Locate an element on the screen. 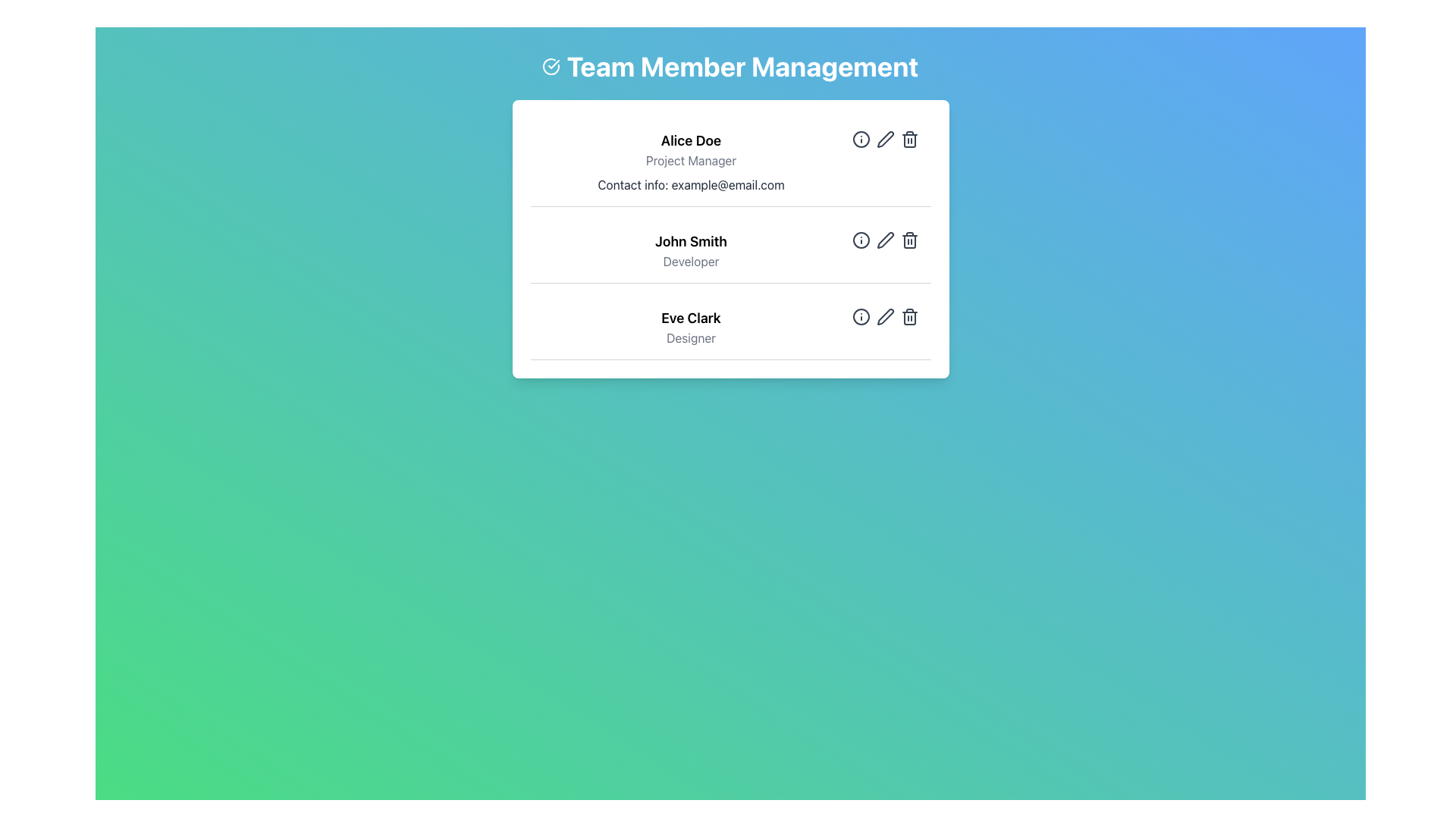  the second icon button to the right of the 'John Smith' entry in the list is located at coordinates (885, 239).